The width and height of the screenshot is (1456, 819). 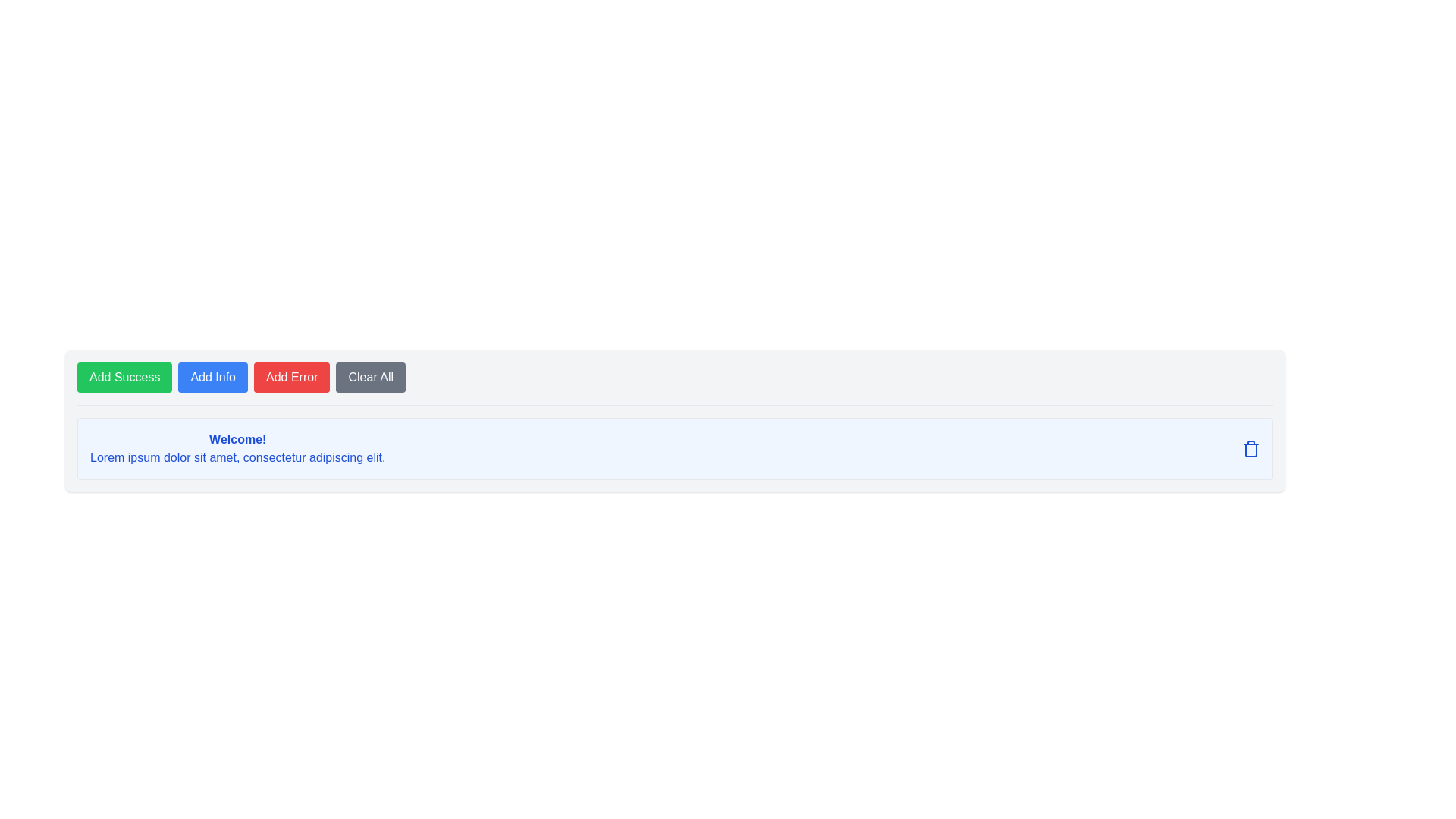 I want to click on the clickable trash can icon located at the rightmost end of the notification bar, so click(x=1251, y=447).